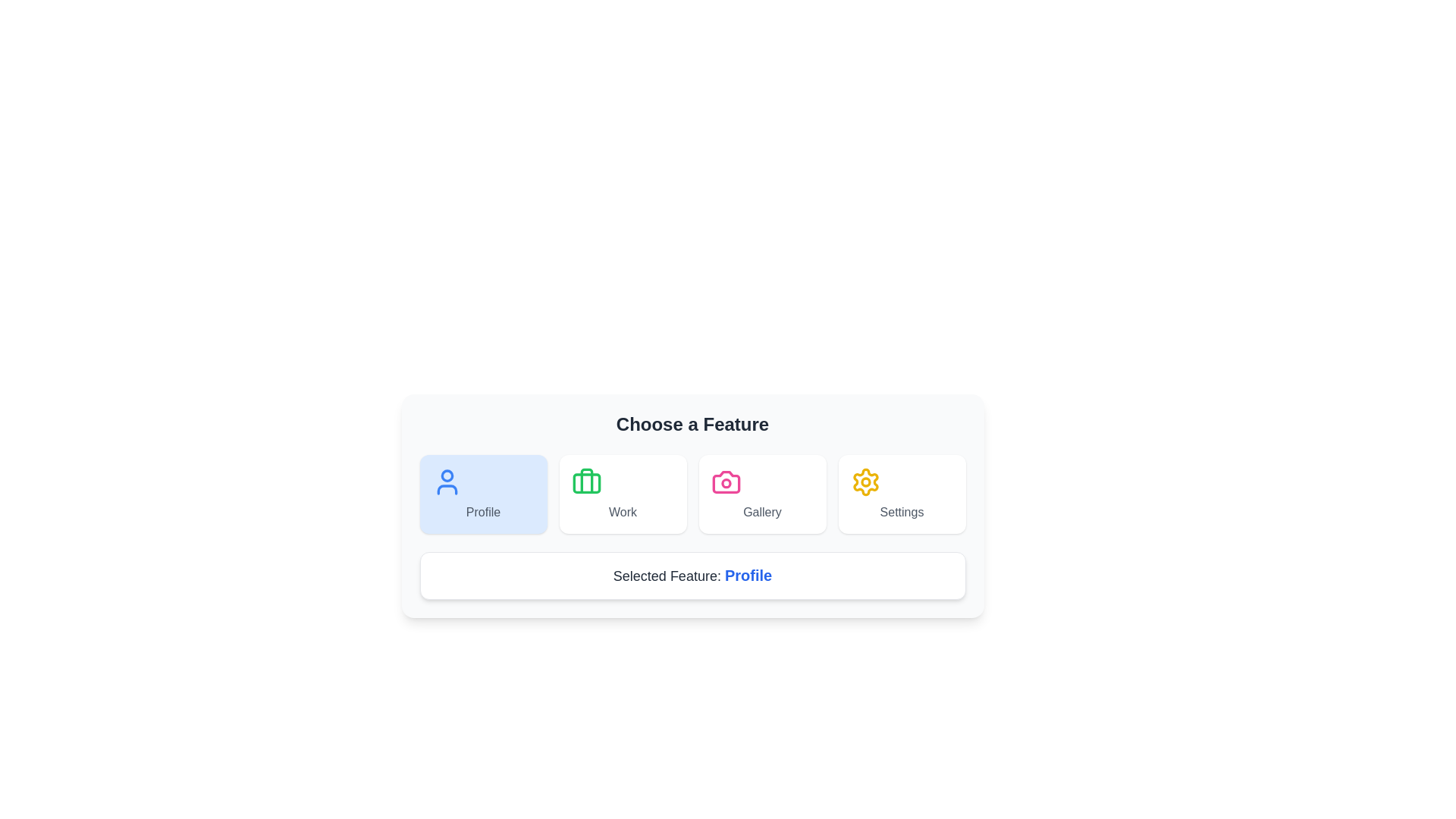  I want to click on the 'Settings' icon located in the fourth position from the left in the 'Choose a Feature' menu, so click(865, 482).